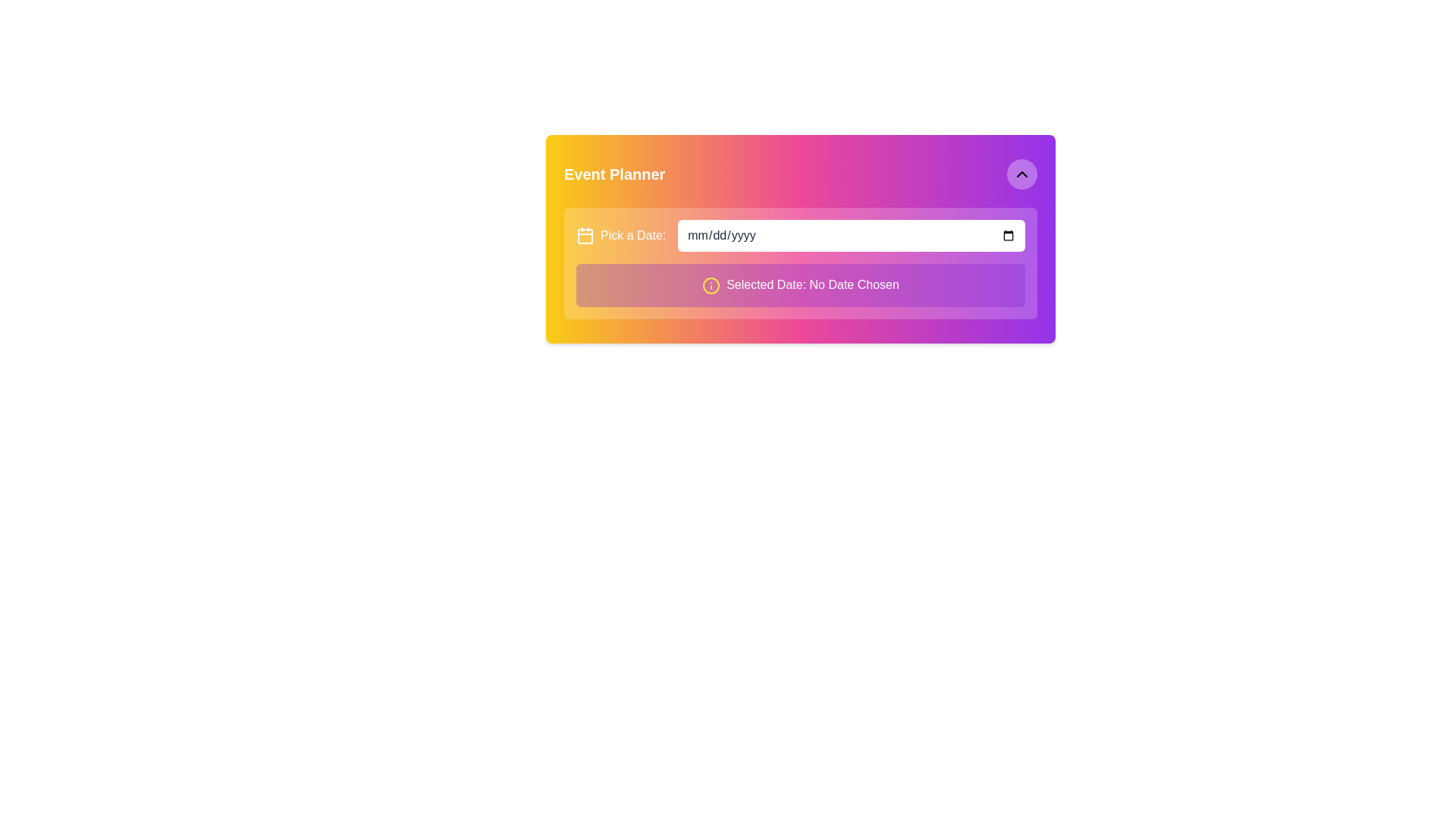 This screenshot has width=1456, height=819. I want to click on the interactive button located at the top-right corner of the 'Event Planner' header section, so click(1022, 174).